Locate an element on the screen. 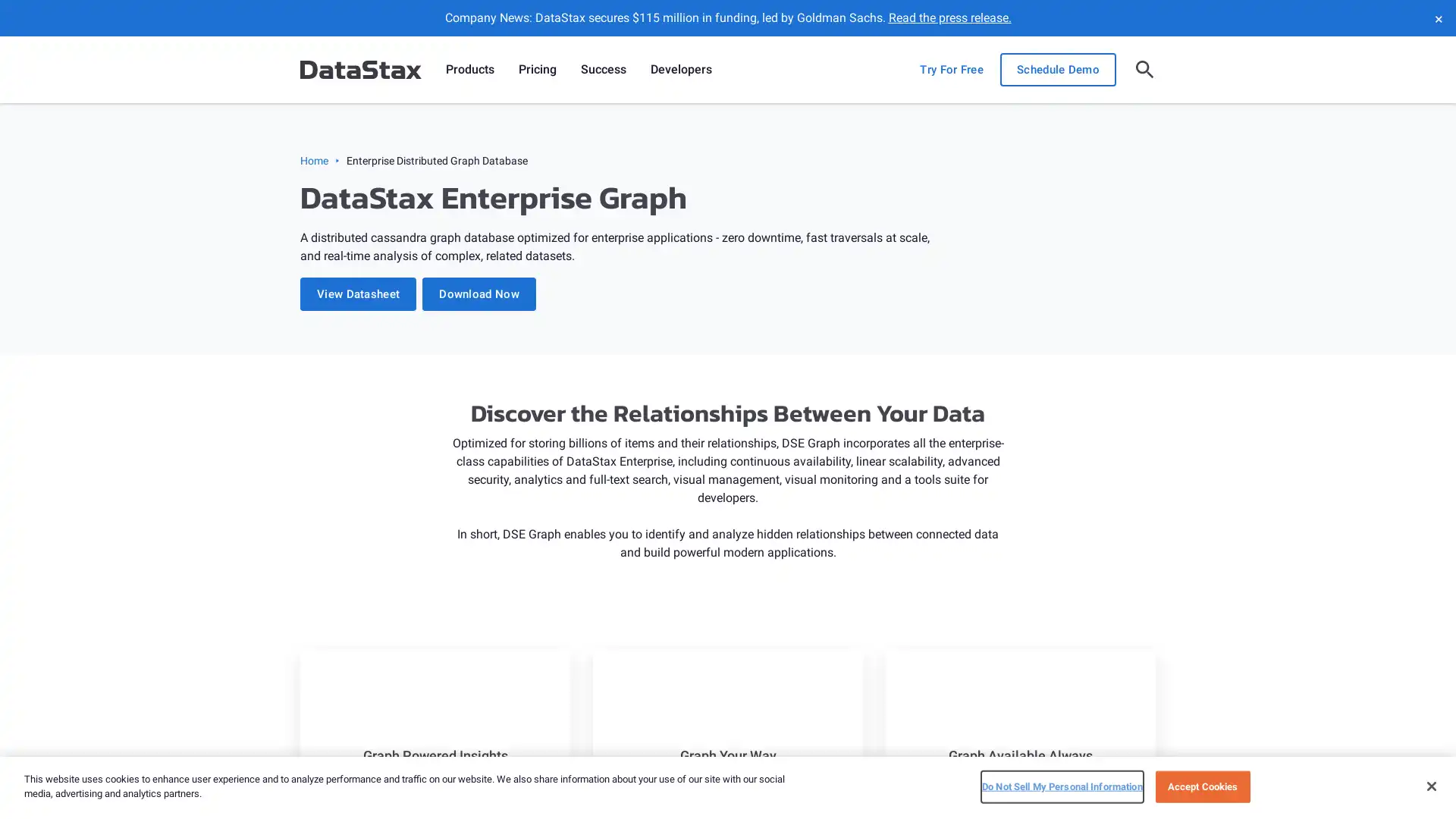  Do Not Sell My Personal Information is located at coordinates (1061, 786).